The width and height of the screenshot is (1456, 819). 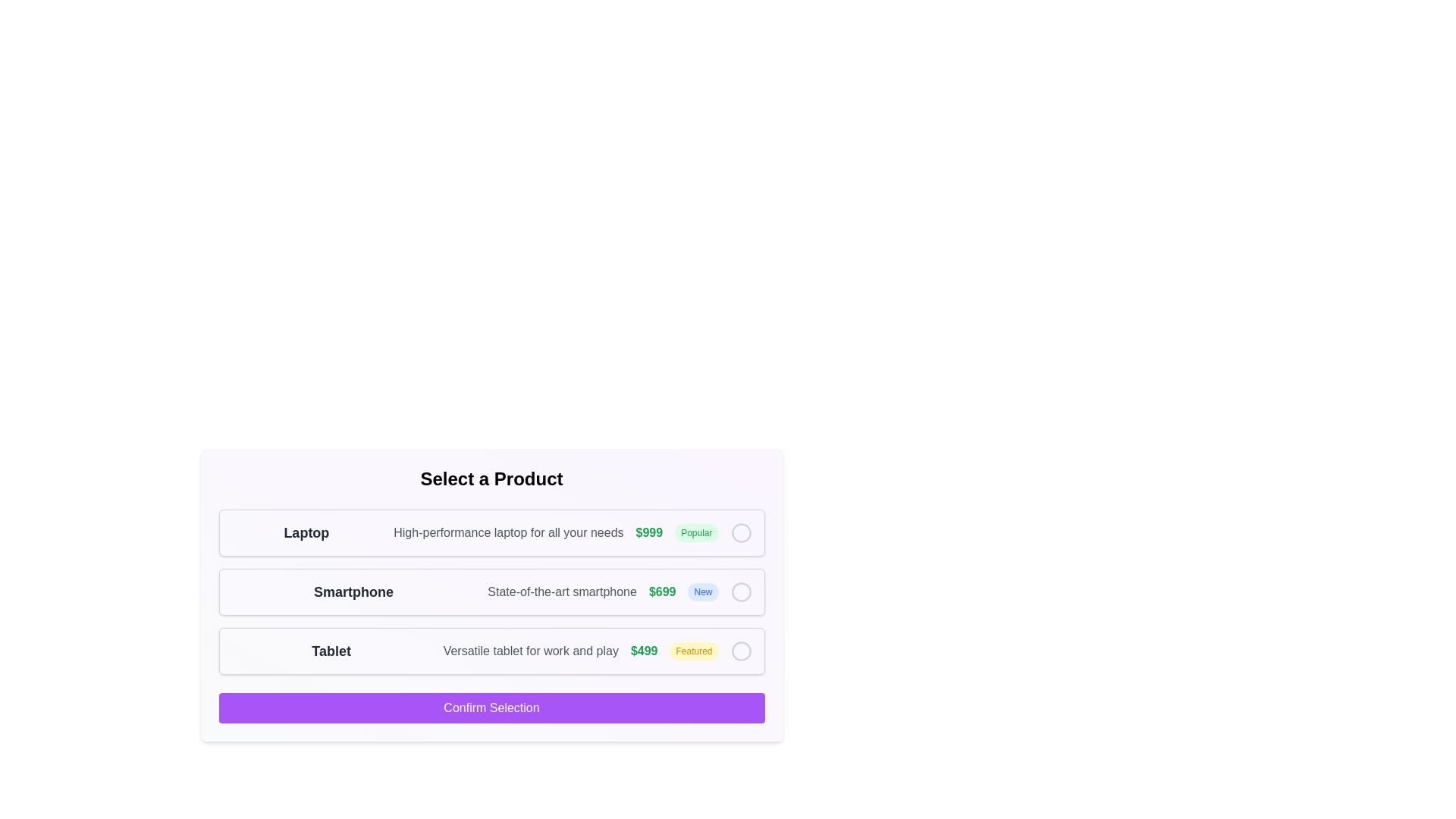 I want to click on the circular radio button indicator, so click(x=741, y=532).